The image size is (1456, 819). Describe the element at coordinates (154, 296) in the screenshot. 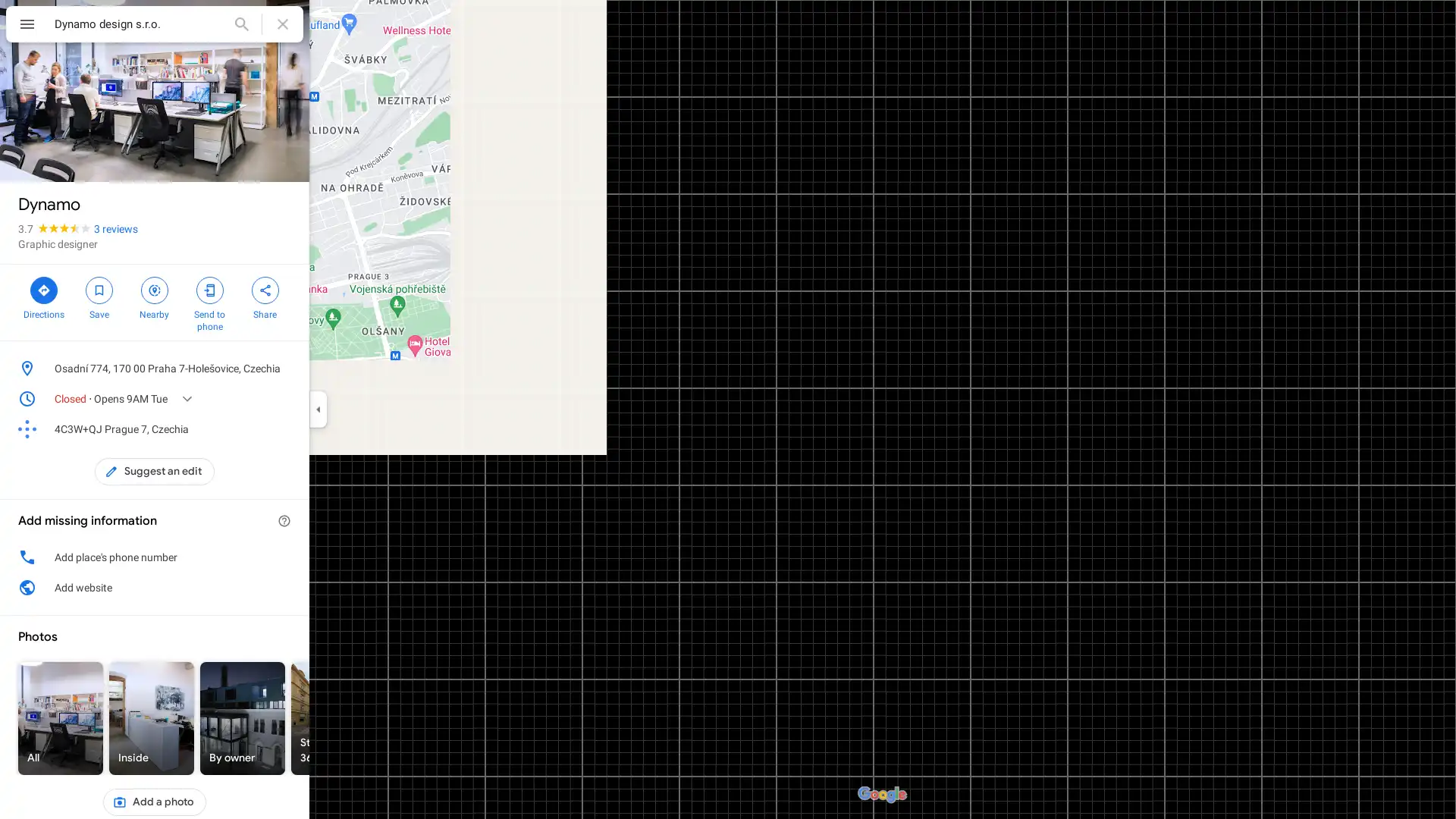

I see `Search nearby Dynamo` at that location.